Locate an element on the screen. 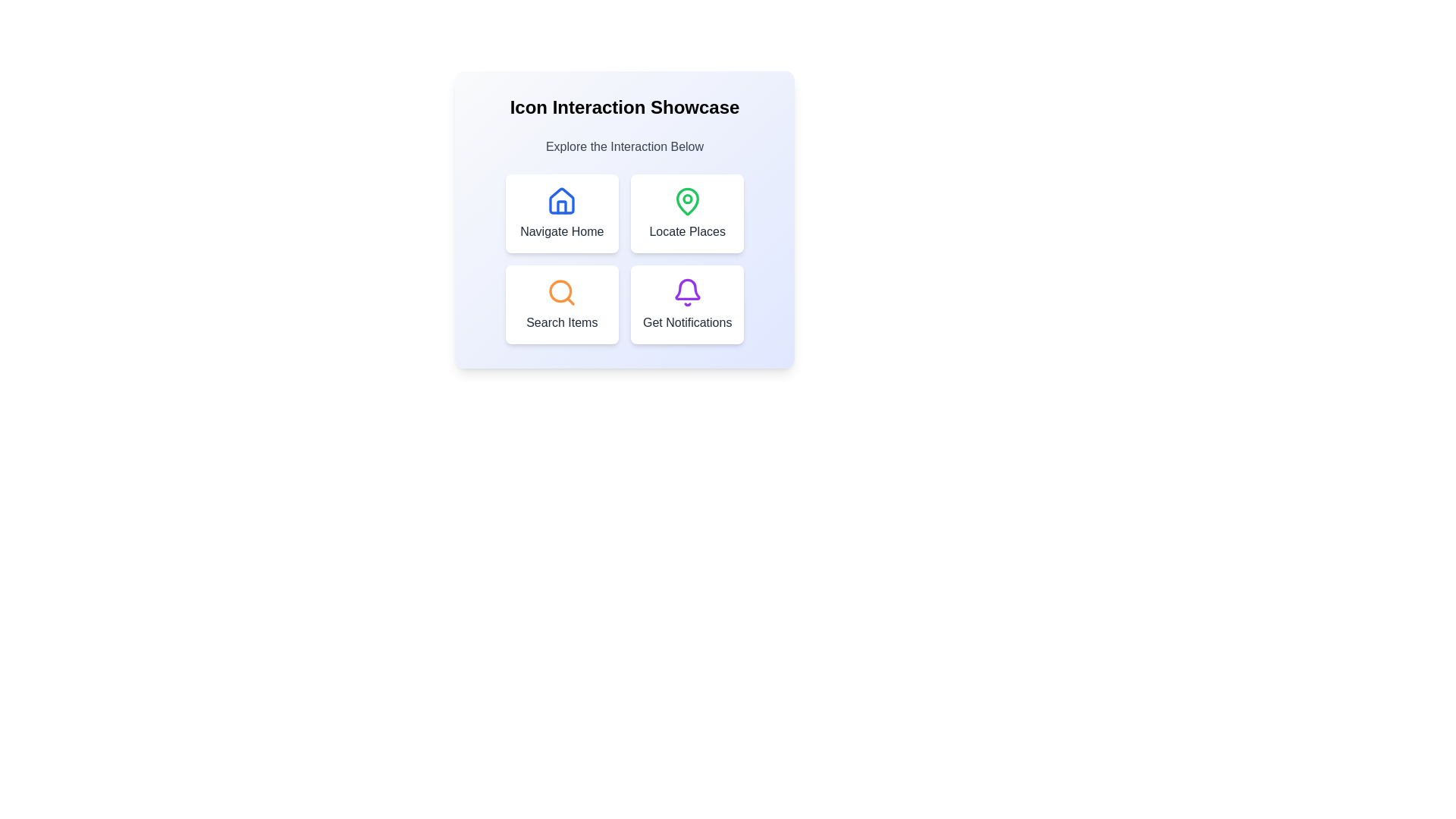 Image resolution: width=1456 pixels, height=819 pixels. the 'Locate Places' icon, which is the second item in the top row of a 2x2 grid layout, located to the right of the blue house icon and above the orange magnifying glass icon is located at coordinates (686, 201).